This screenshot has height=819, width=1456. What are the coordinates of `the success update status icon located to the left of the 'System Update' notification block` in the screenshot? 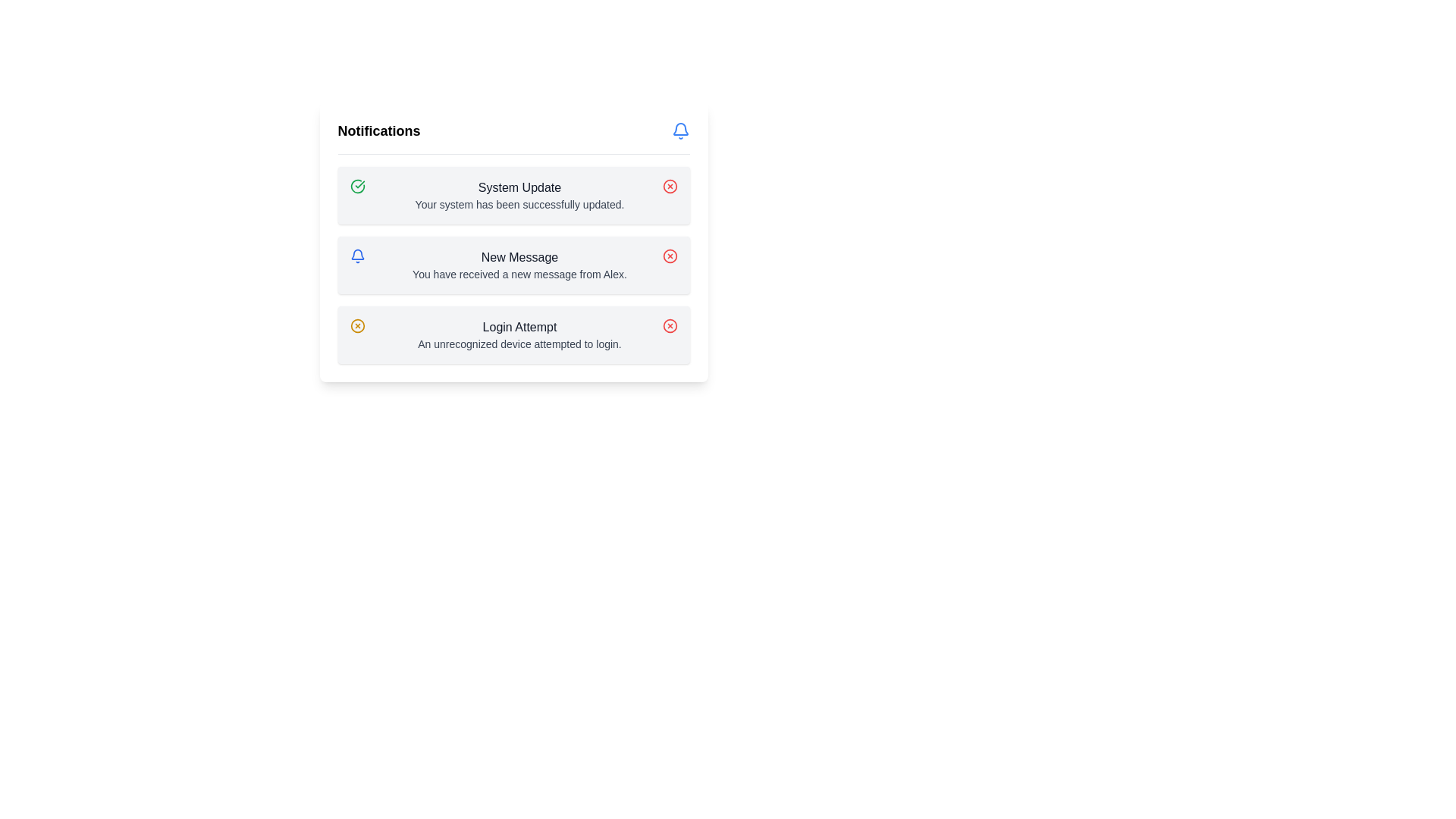 It's located at (356, 186).